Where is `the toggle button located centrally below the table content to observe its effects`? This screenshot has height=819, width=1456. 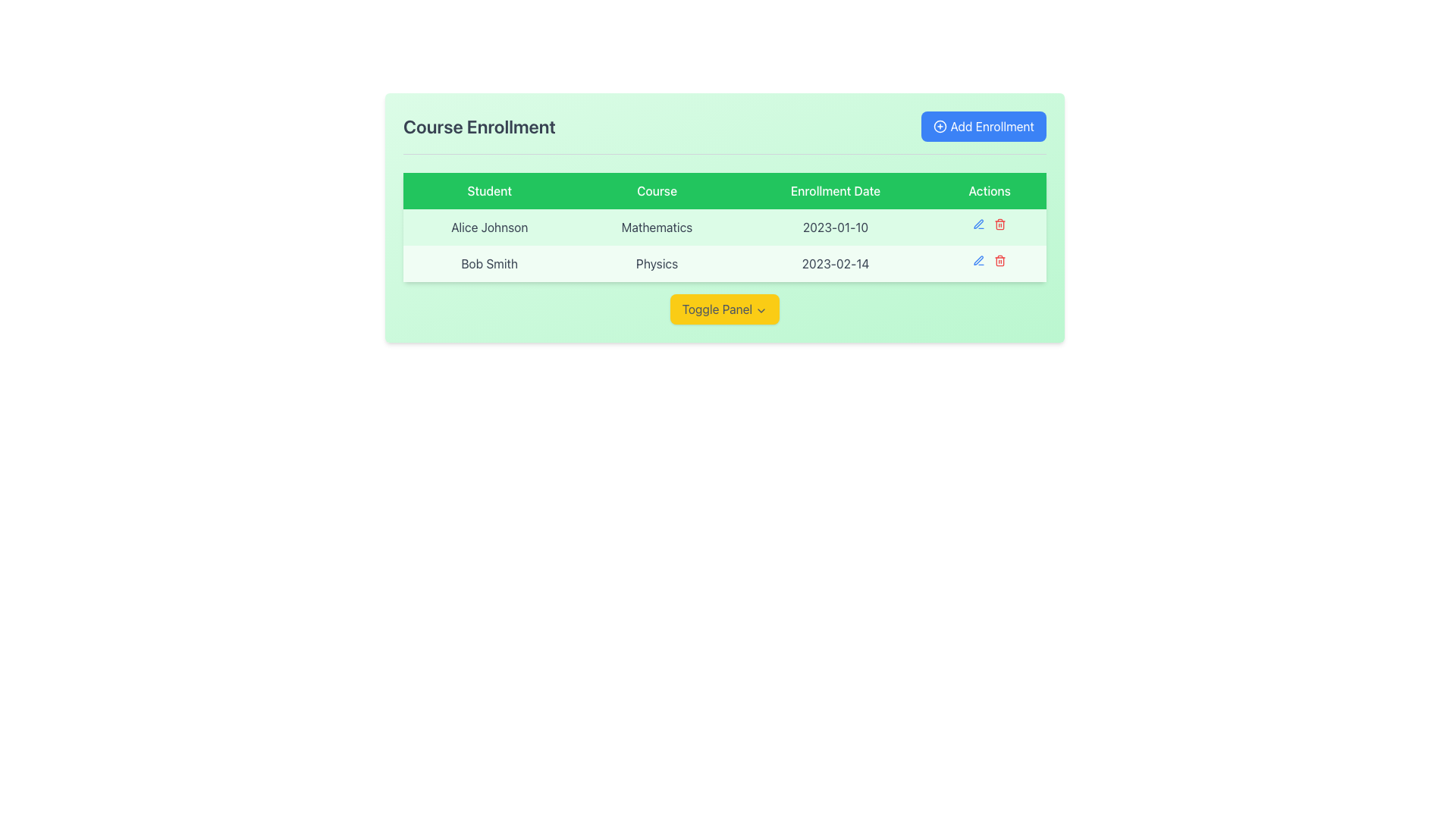
the toggle button located centrally below the table content to observe its effects is located at coordinates (723, 309).